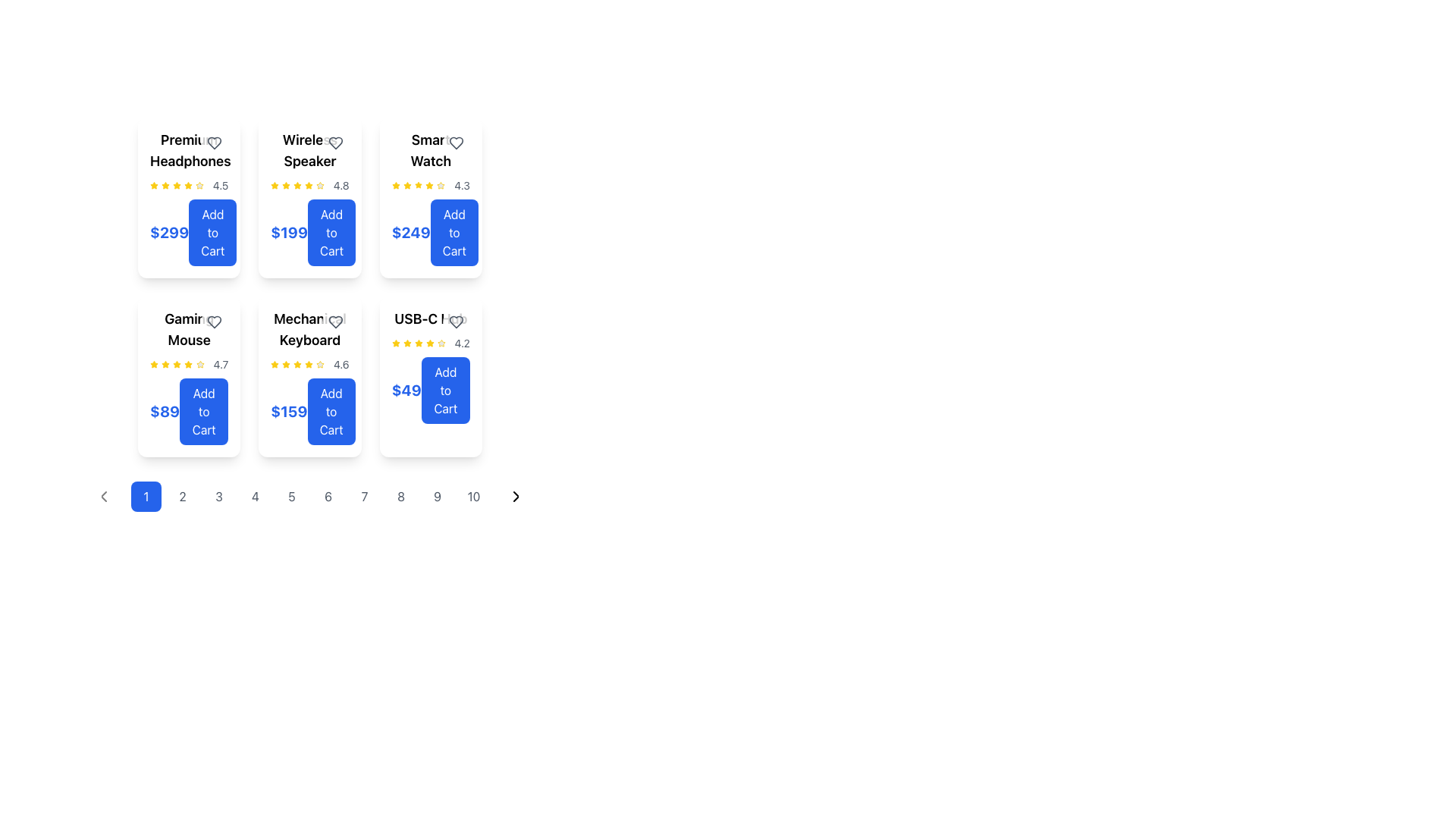  Describe the element at coordinates (419, 185) in the screenshot. I see `the fourth filled yellow star icon in the rating section of the 'Smart Watch' card located in the third column of the first row` at that location.